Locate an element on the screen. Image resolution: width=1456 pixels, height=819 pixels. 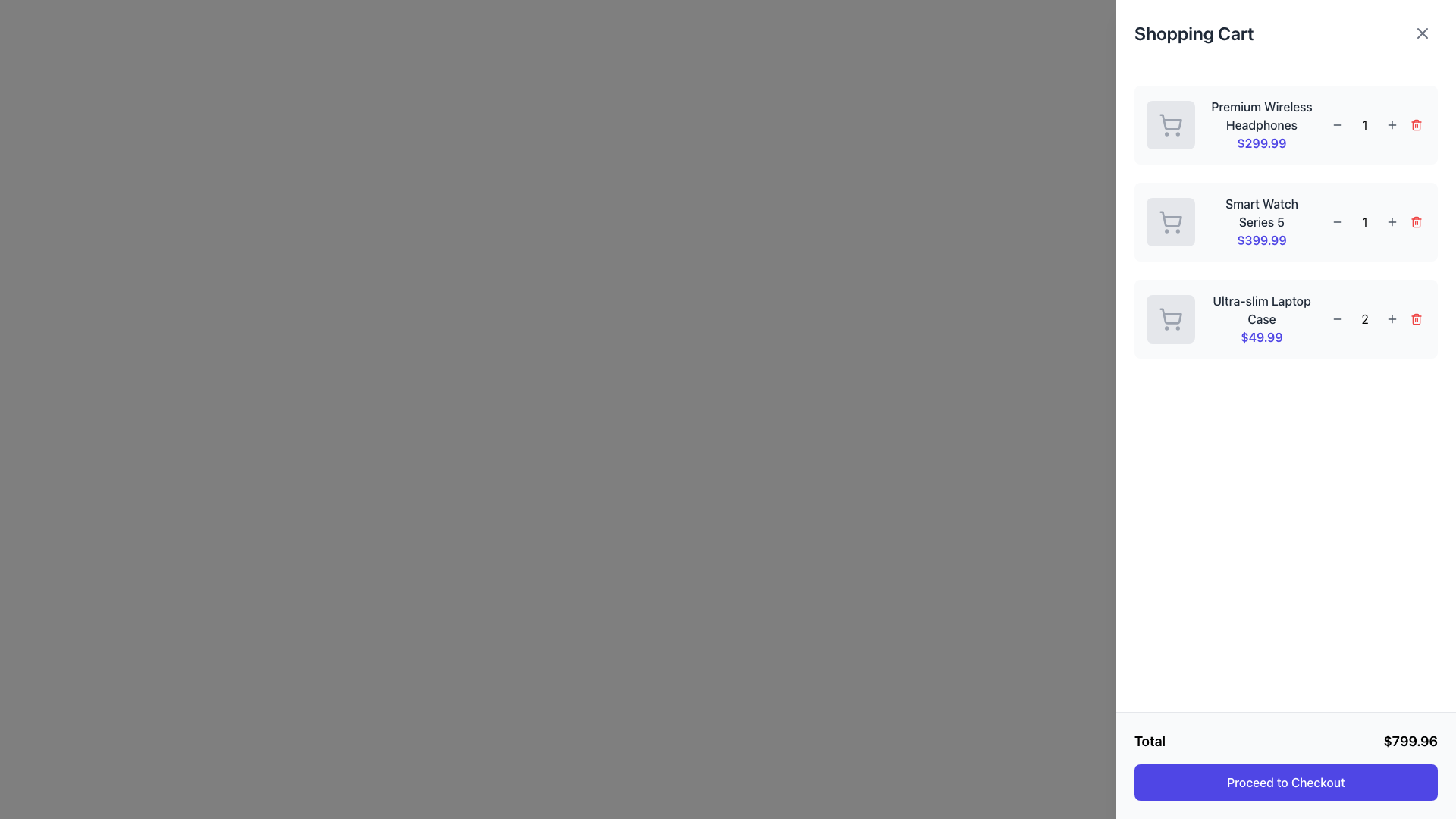
the plus button next to the numeric input for the 'Smart Watch Series 5' is located at coordinates (1392, 222).